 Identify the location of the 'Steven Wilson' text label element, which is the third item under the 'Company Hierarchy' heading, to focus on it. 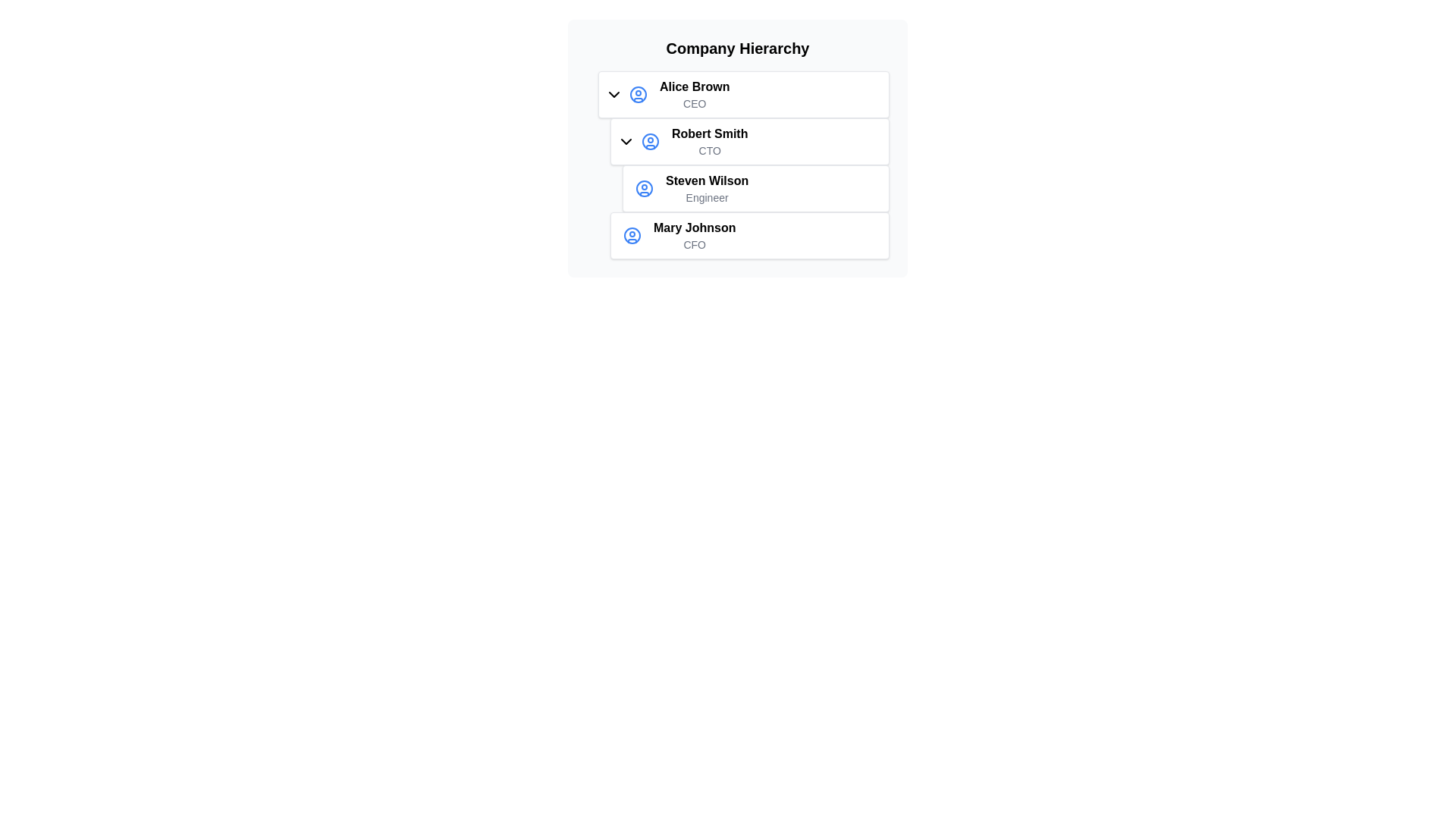
(706, 188).